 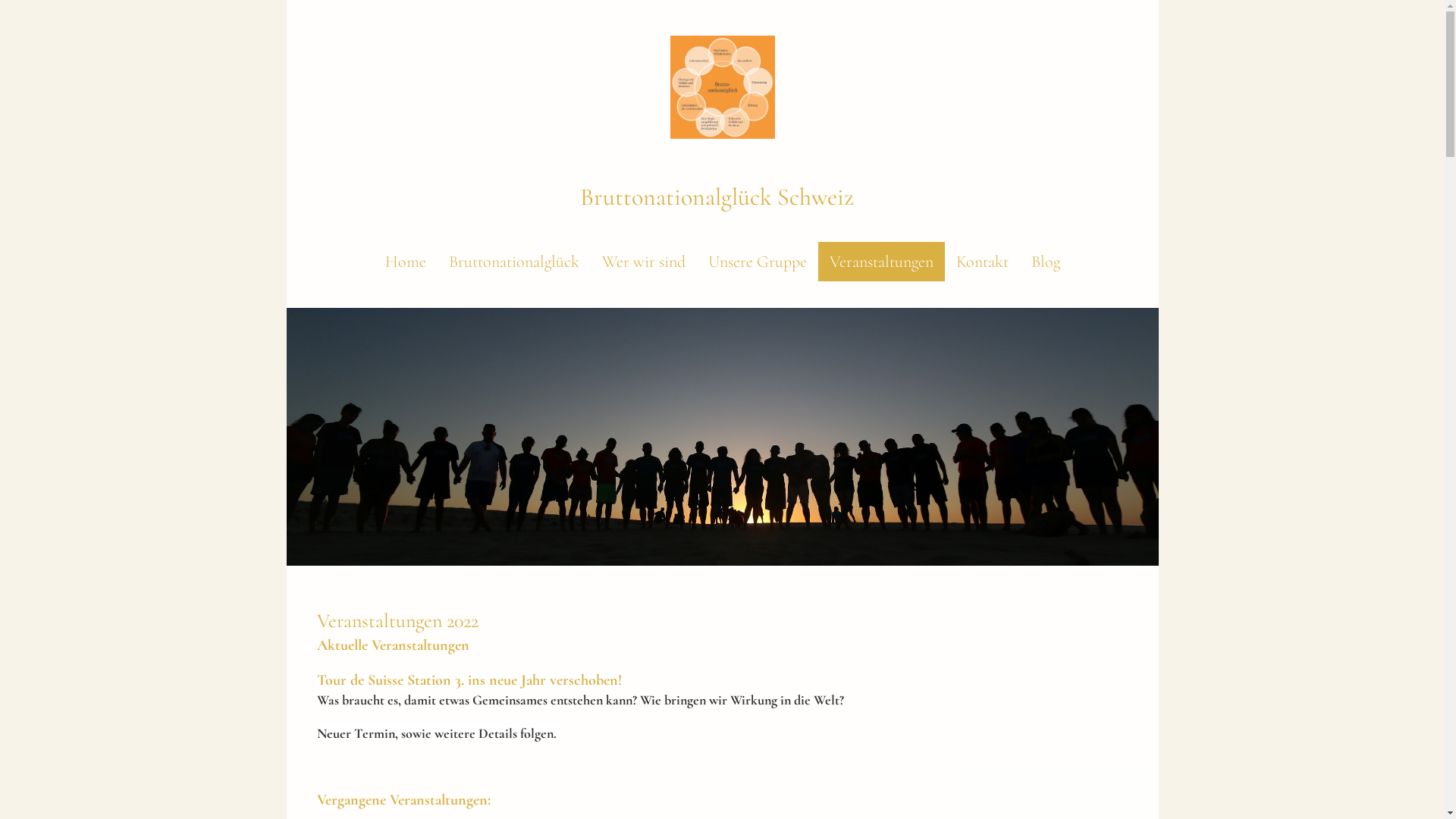 What do you see at coordinates (880, 260) in the screenshot?
I see `'Veranstaltungen'` at bounding box center [880, 260].